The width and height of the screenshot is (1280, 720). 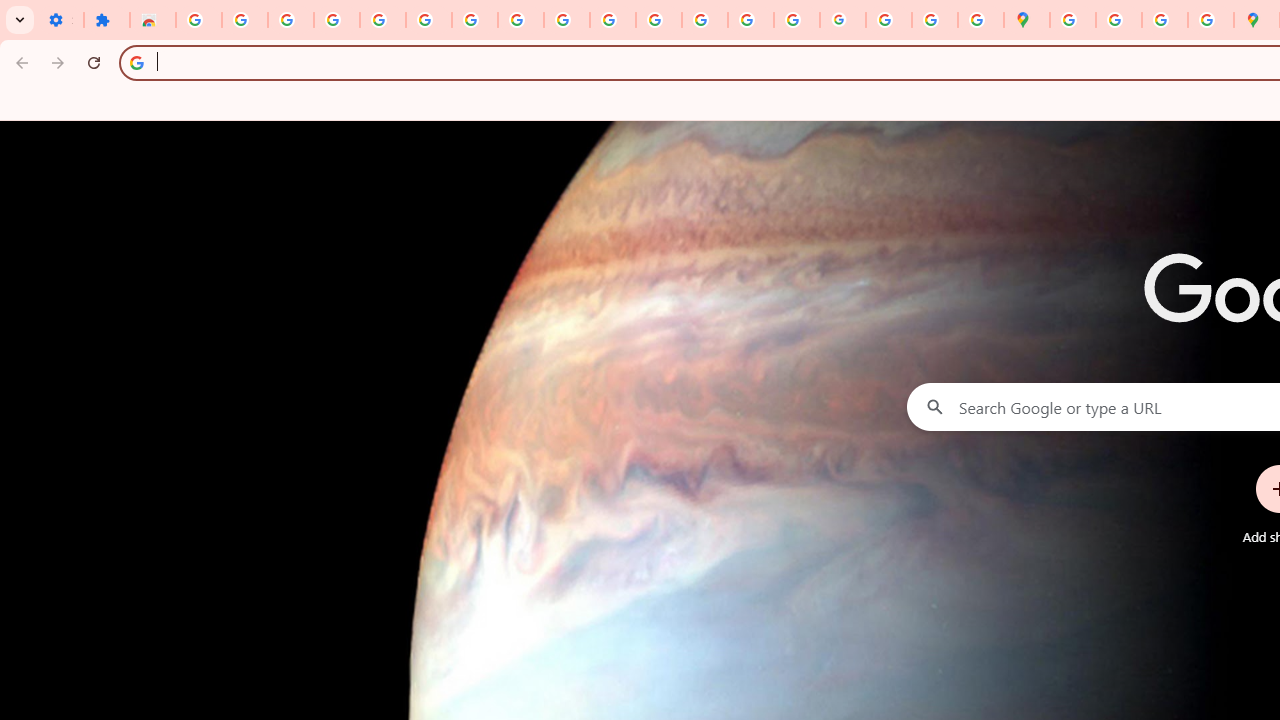 What do you see at coordinates (1209, 20) in the screenshot?
I see `'Safety in Our Products - Google Safety Center'` at bounding box center [1209, 20].